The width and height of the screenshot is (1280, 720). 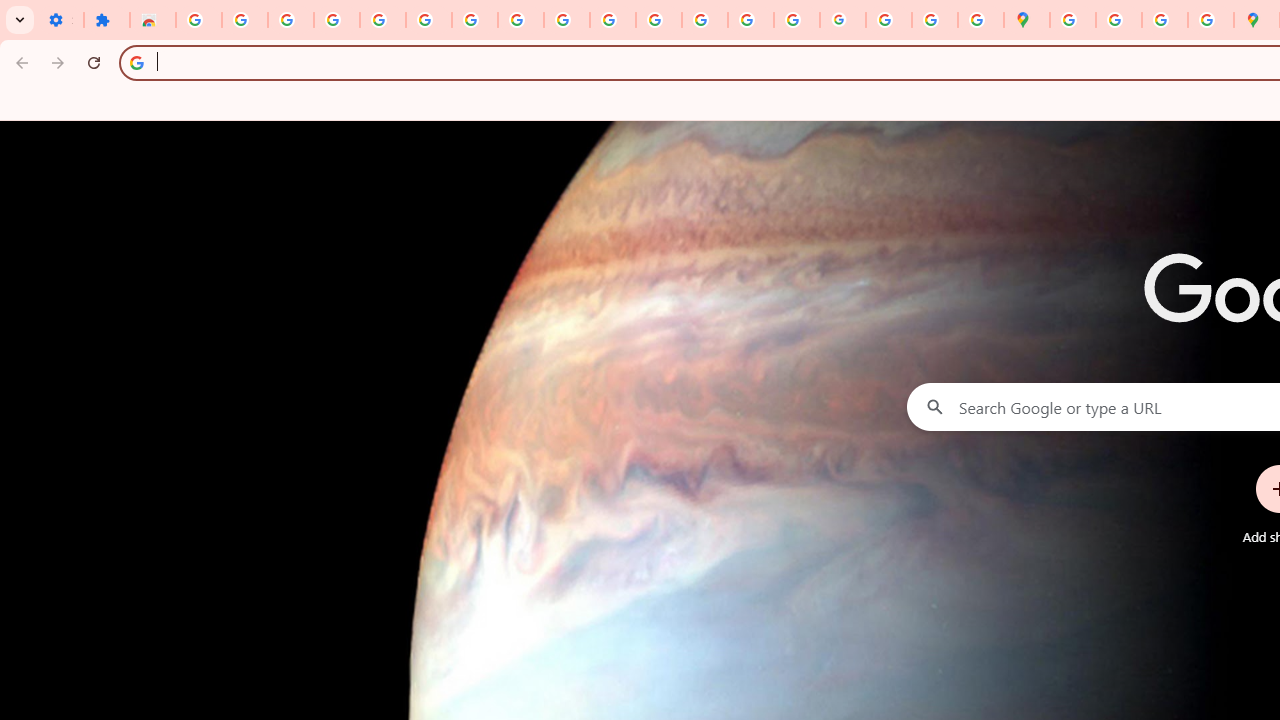 What do you see at coordinates (1209, 20) in the screenshot?
I see `'Safety in Our Products - Google Safety Center'` at bounding box center [1209, 20].